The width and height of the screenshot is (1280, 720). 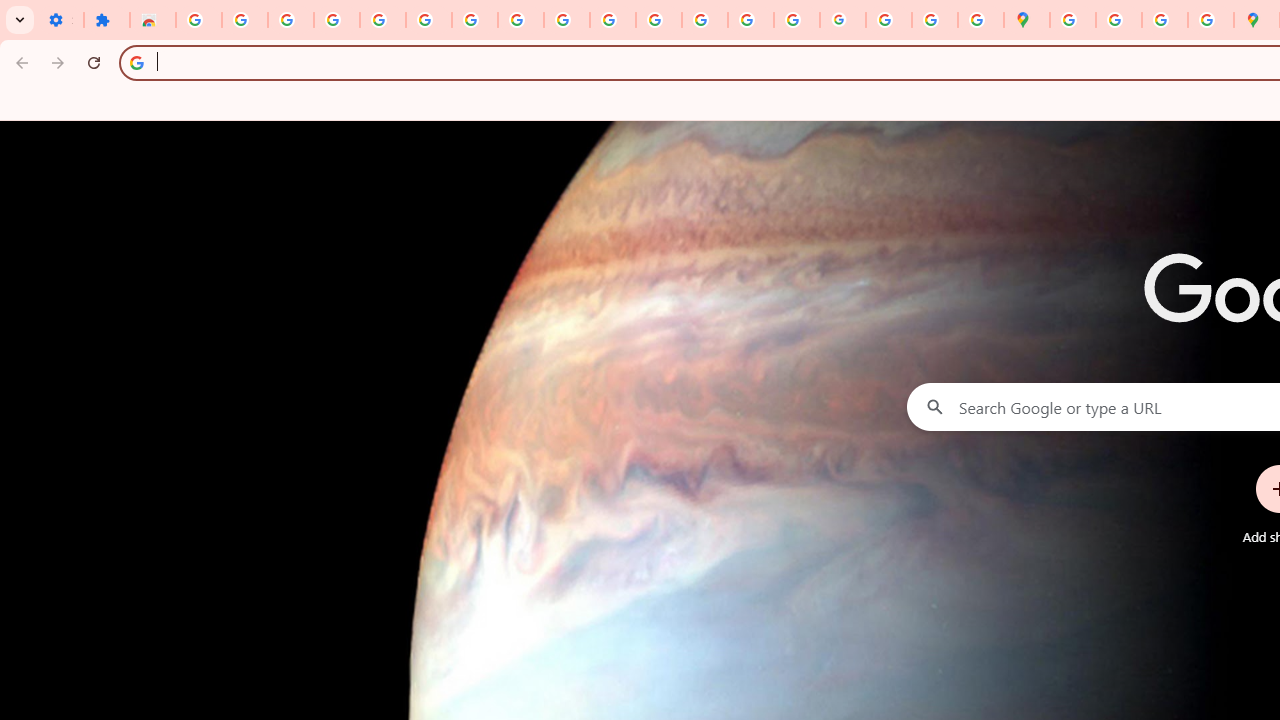 What do you see at coordinates (1209, 20) in the screenshot?
I see `'Safety in Our Products - Google Safety Center'` at bounding box center [1209, 20].